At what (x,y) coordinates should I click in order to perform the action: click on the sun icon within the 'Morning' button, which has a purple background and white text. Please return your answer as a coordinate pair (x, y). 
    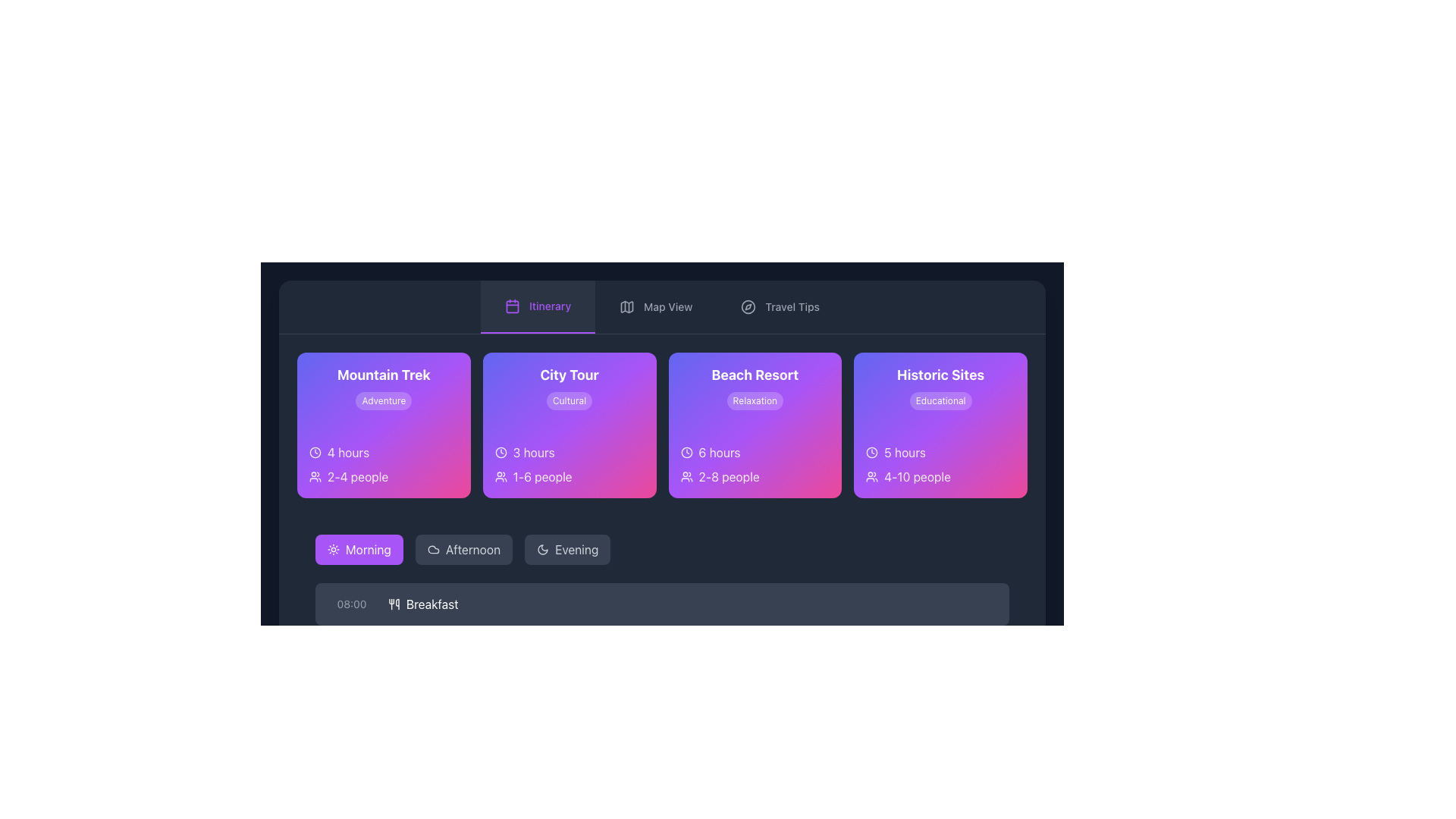
    Looking at the image, I should click on (333, 550).